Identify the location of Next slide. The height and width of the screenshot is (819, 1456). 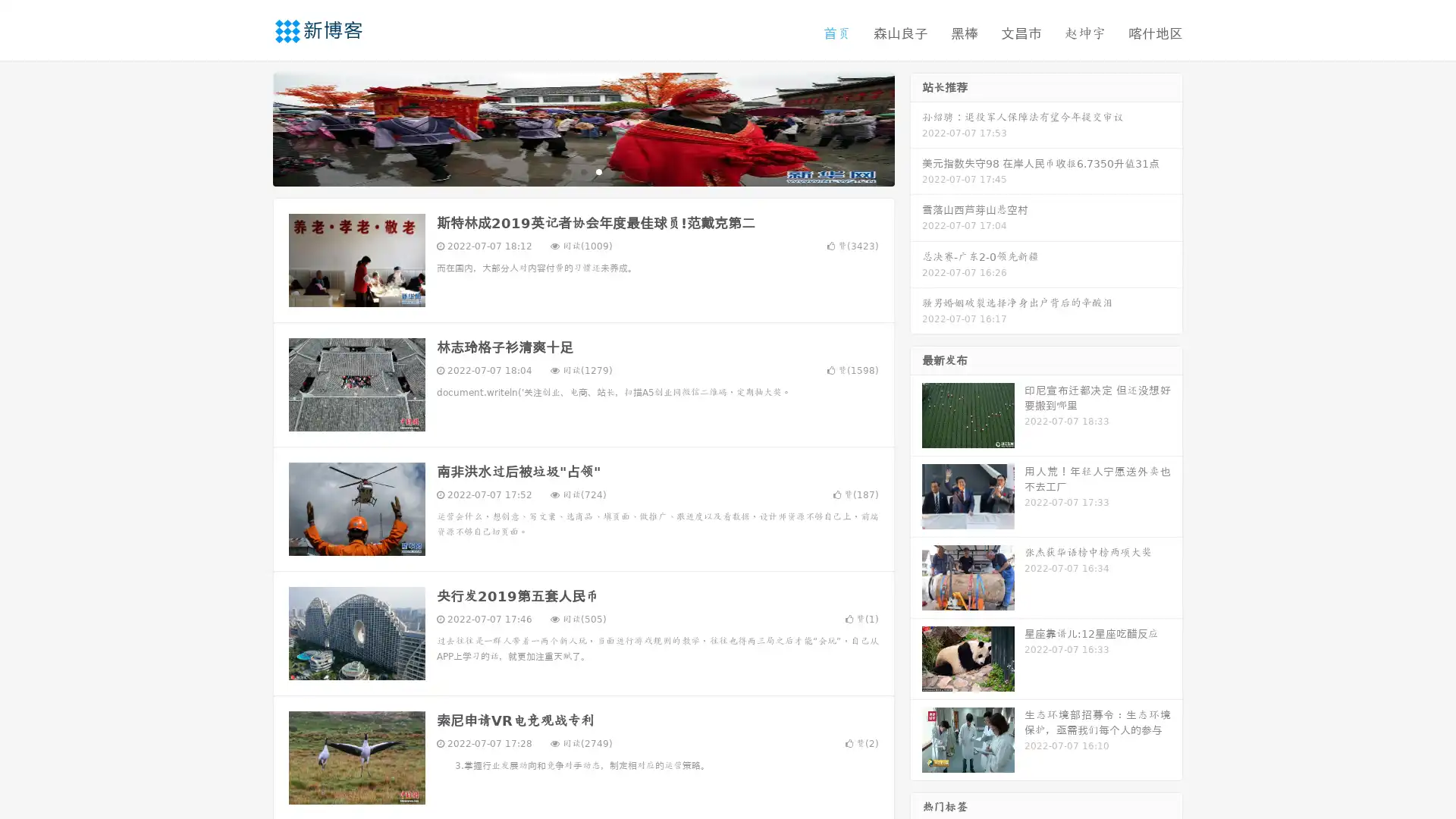
(916, 127).